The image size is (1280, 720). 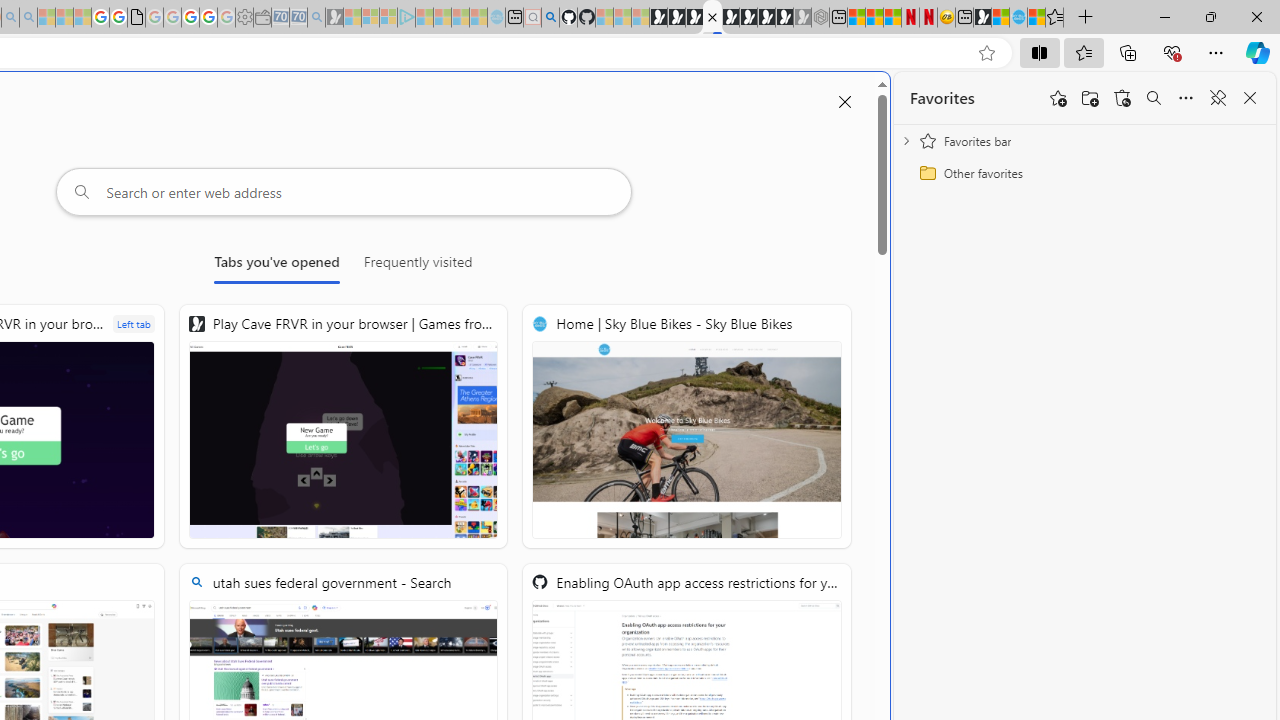 What do you see at coordinates (135, 17) in the screenshot?
I see `'google_privacy_policy_zh-CN.pdf'` at bounding box center [135, 17].